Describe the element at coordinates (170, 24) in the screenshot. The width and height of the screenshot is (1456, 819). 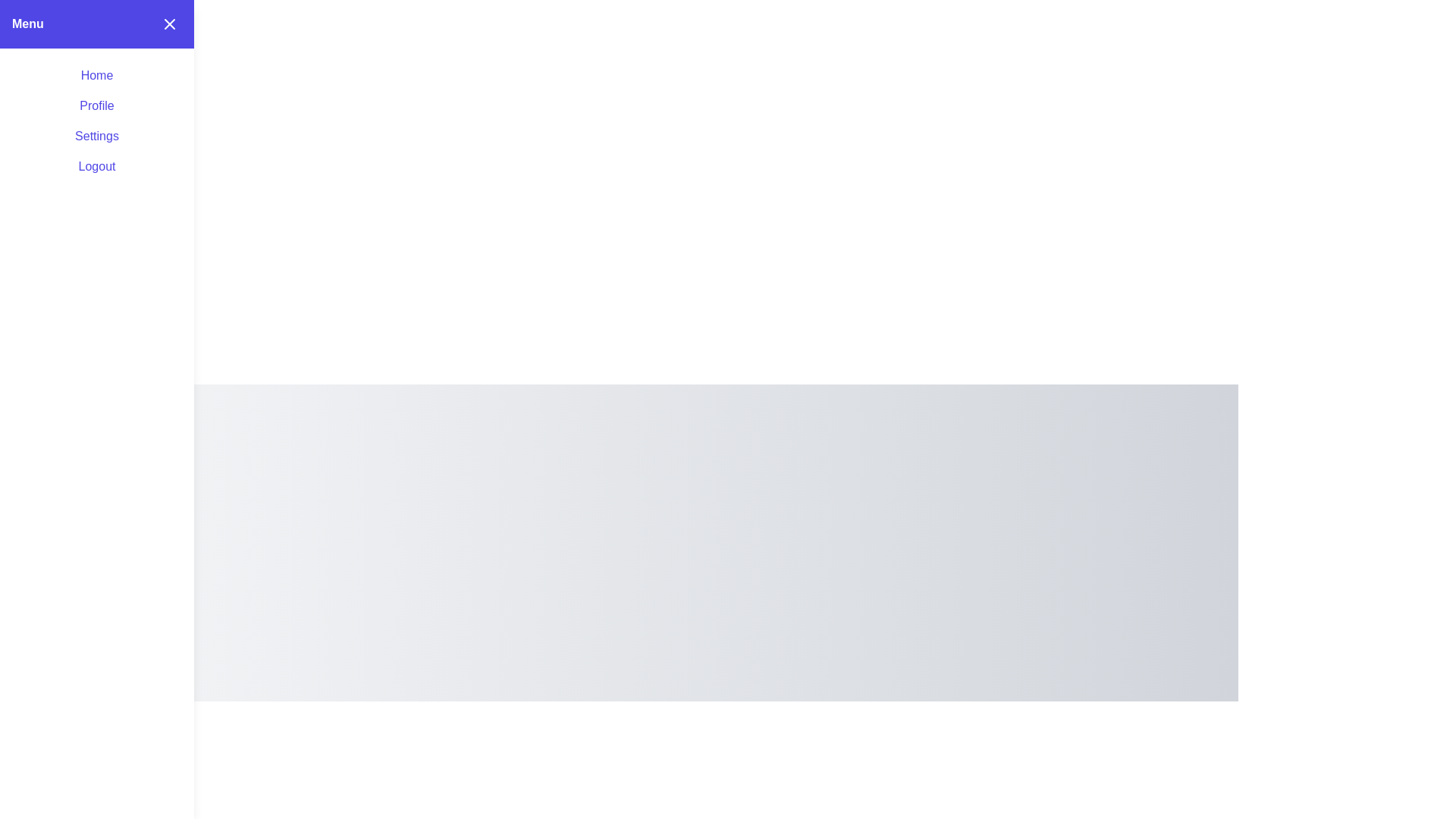
I see `the close button in the top-right corner of the menu to toggle its visibility` at that location.